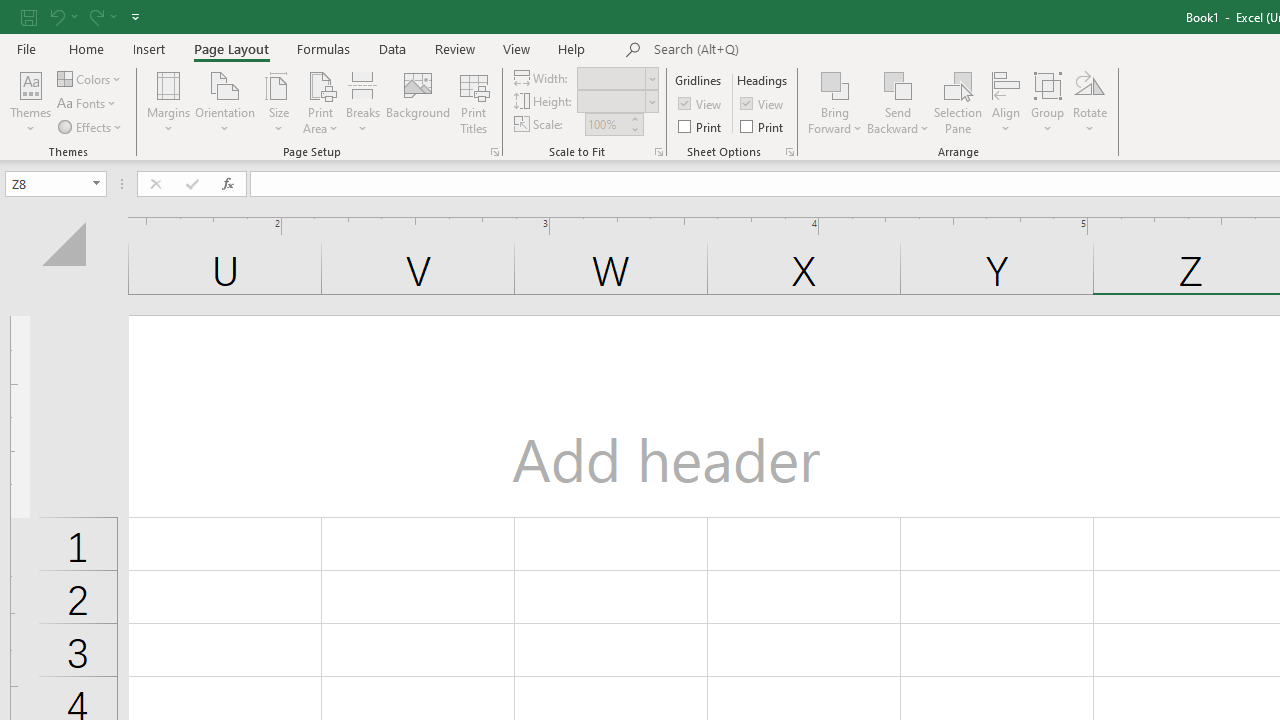 The height and width of the screenshot is (720, 1280). What do you see at coordinates (897, 103) in the screenshot?
I see `'Send Backward'` at bounding box center [897, 103].